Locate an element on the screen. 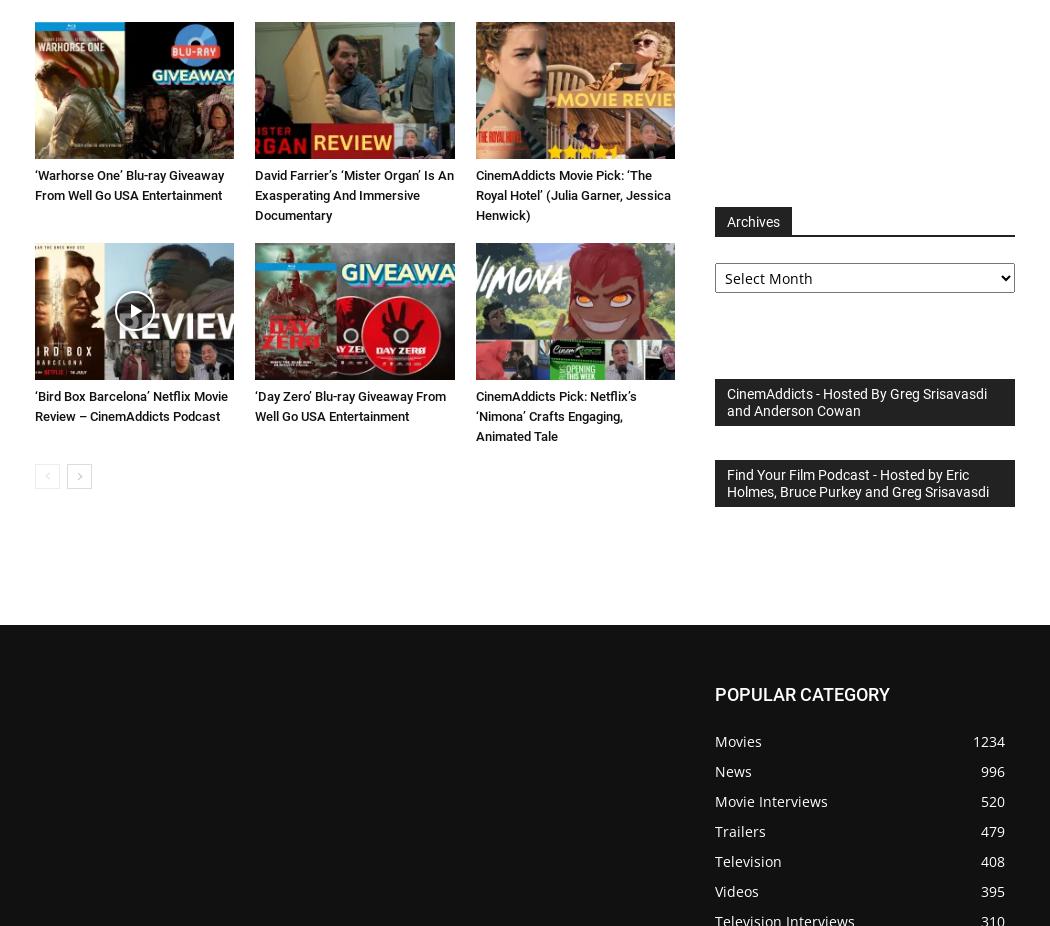 This screenshot has width=1050, height=926. '‘Warhorse One’ Blu-ray Giveaway From Well Go USA Entertainment' is located at coordinates (128, 183).